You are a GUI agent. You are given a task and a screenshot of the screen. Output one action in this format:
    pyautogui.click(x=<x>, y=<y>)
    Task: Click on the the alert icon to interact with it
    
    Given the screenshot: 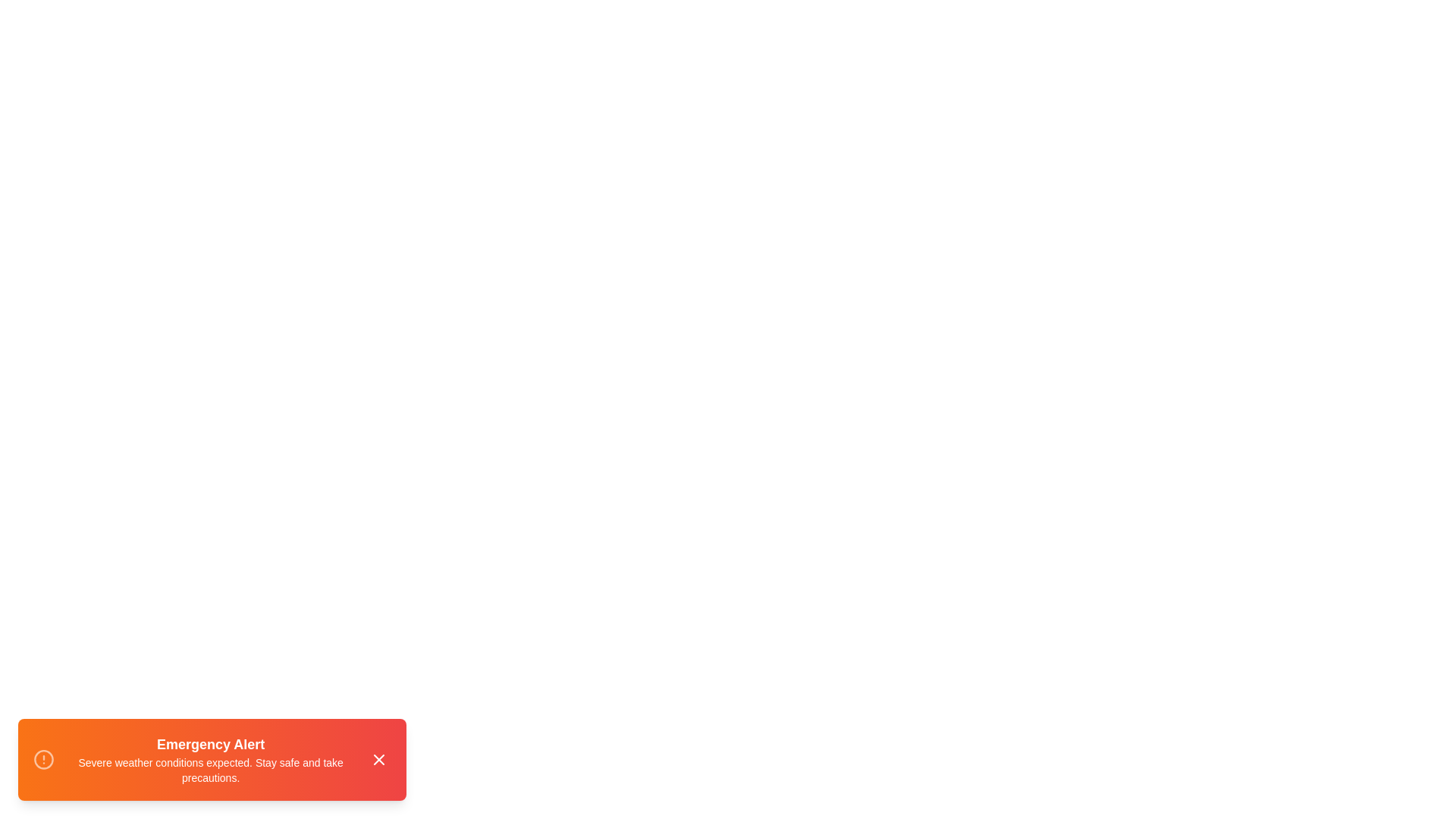 What is the action you would take?
    pyautogui.click(x=43, y=760)
    